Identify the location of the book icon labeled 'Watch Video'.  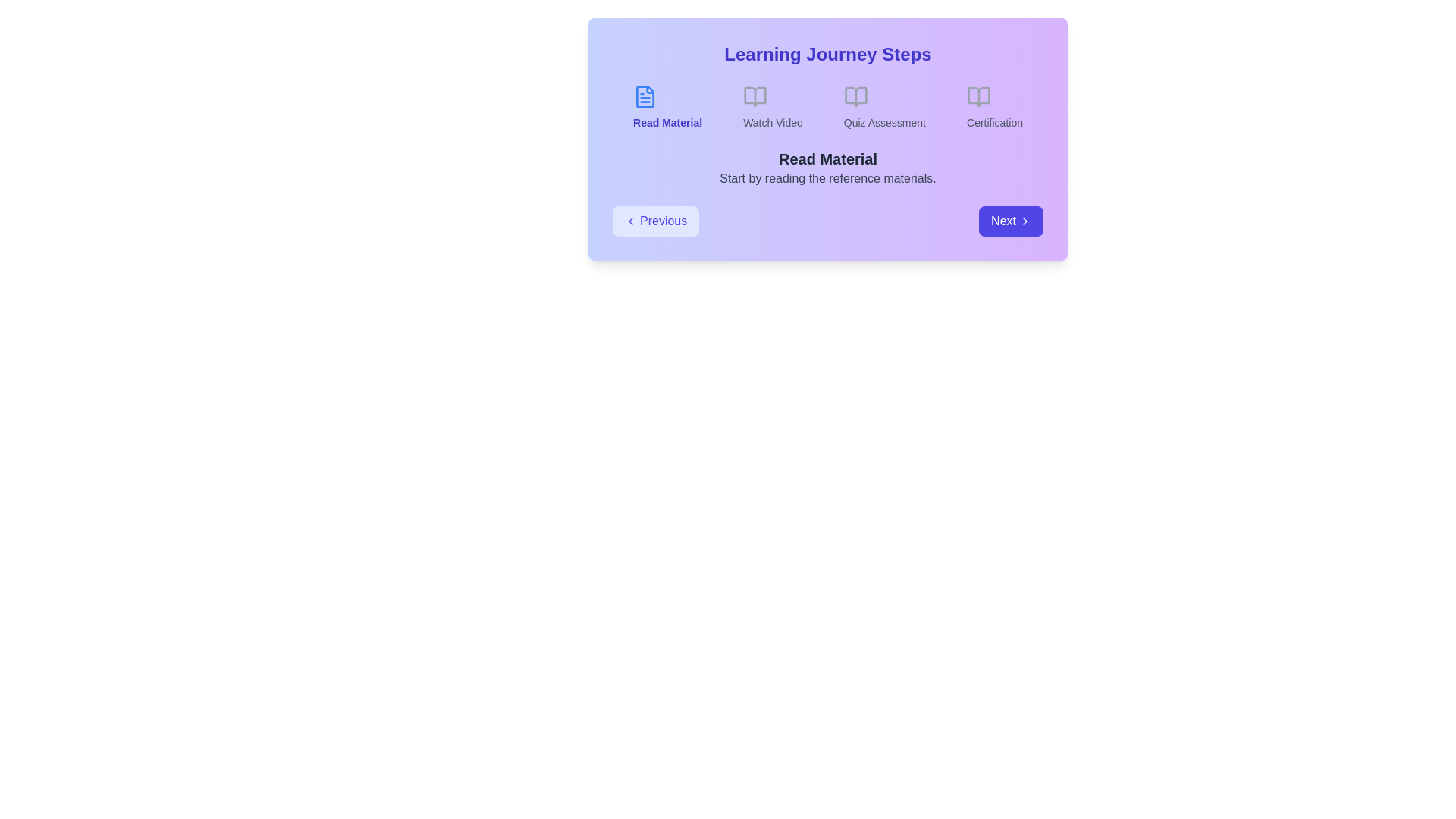
(755, 96).